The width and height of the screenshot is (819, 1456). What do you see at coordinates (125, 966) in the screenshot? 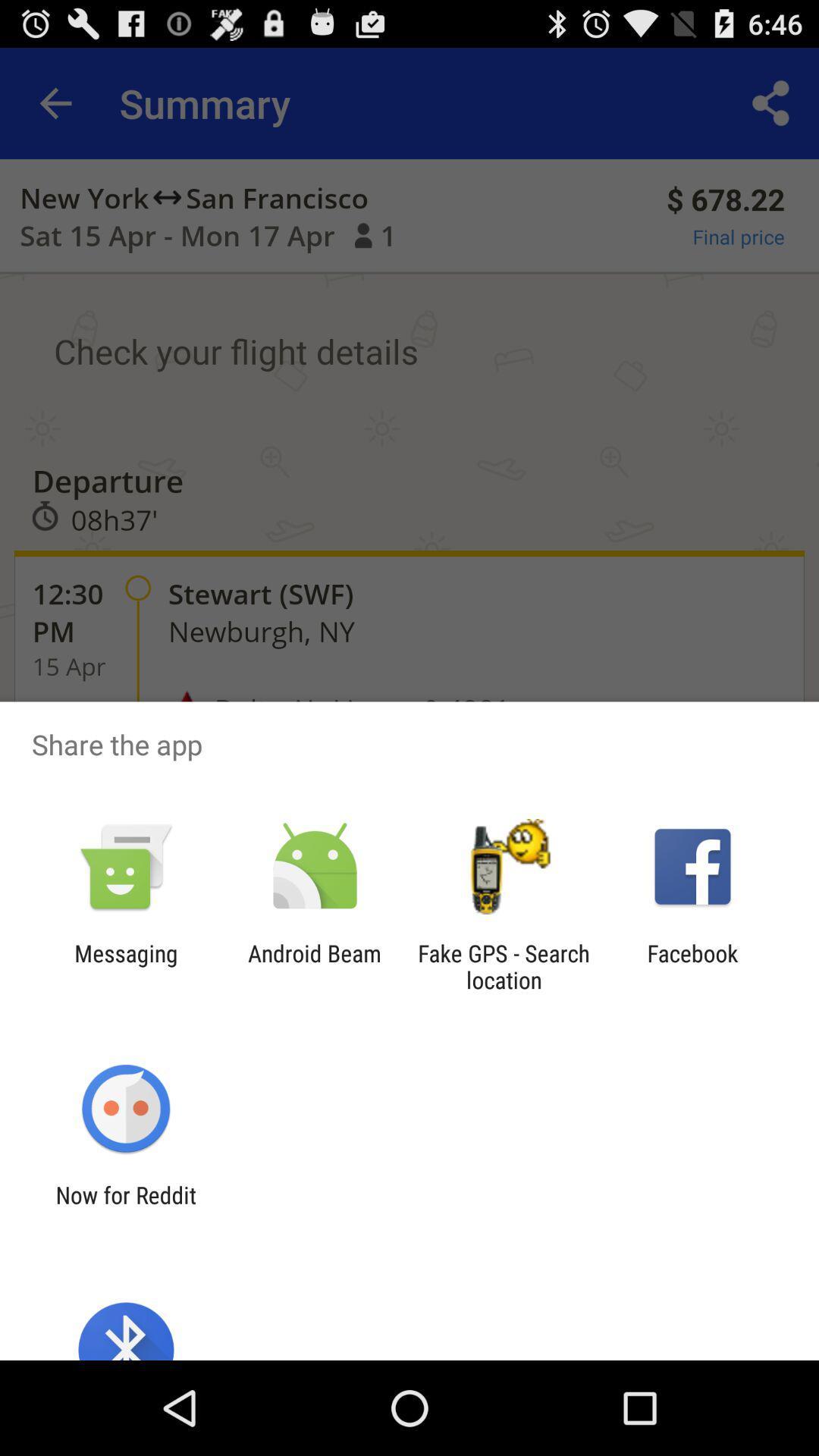
I see `the item next to android beam` at bounding box center [125, 966].